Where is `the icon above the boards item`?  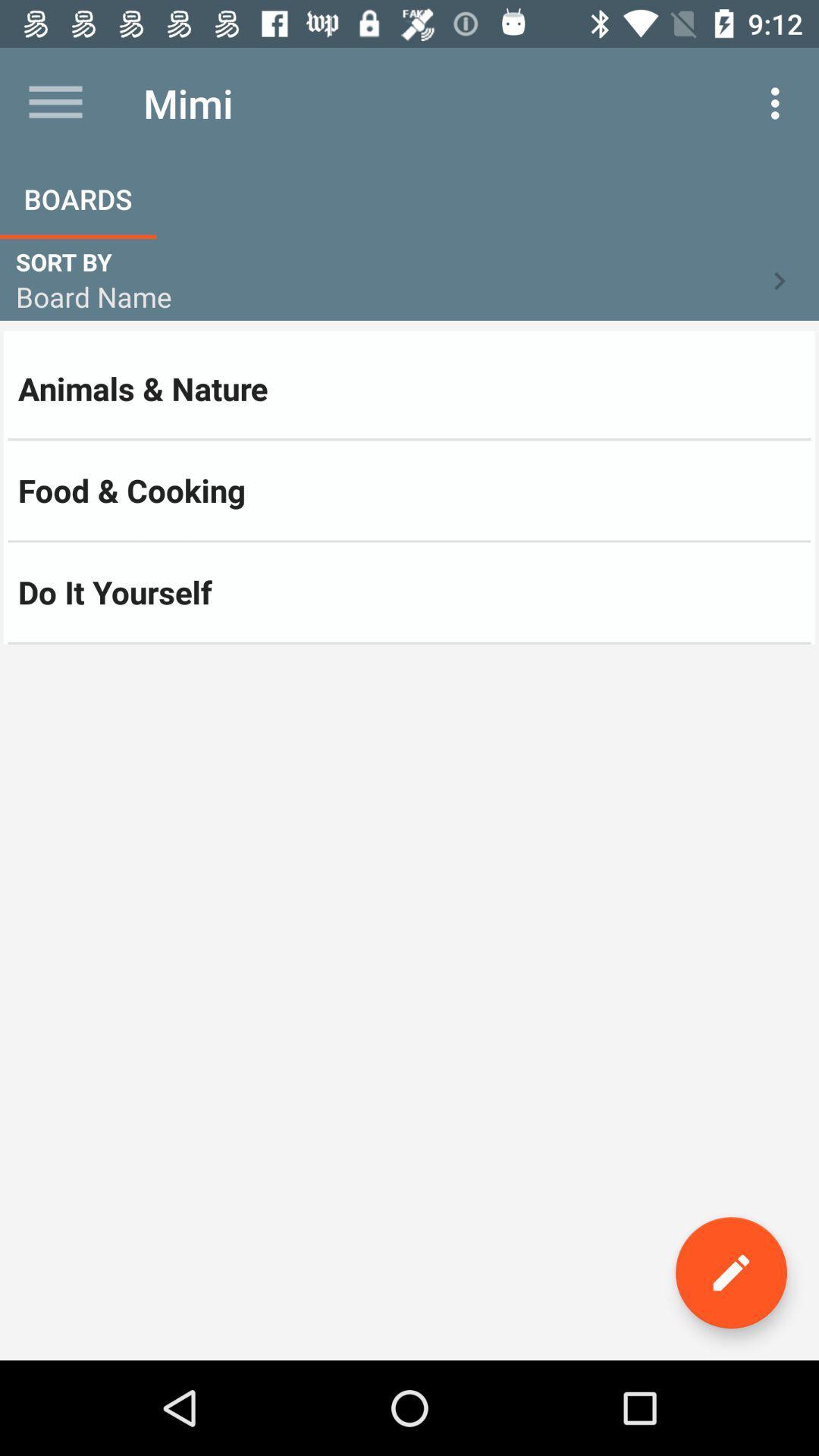
the icon above the boards item is located at coordinates (55, 102).